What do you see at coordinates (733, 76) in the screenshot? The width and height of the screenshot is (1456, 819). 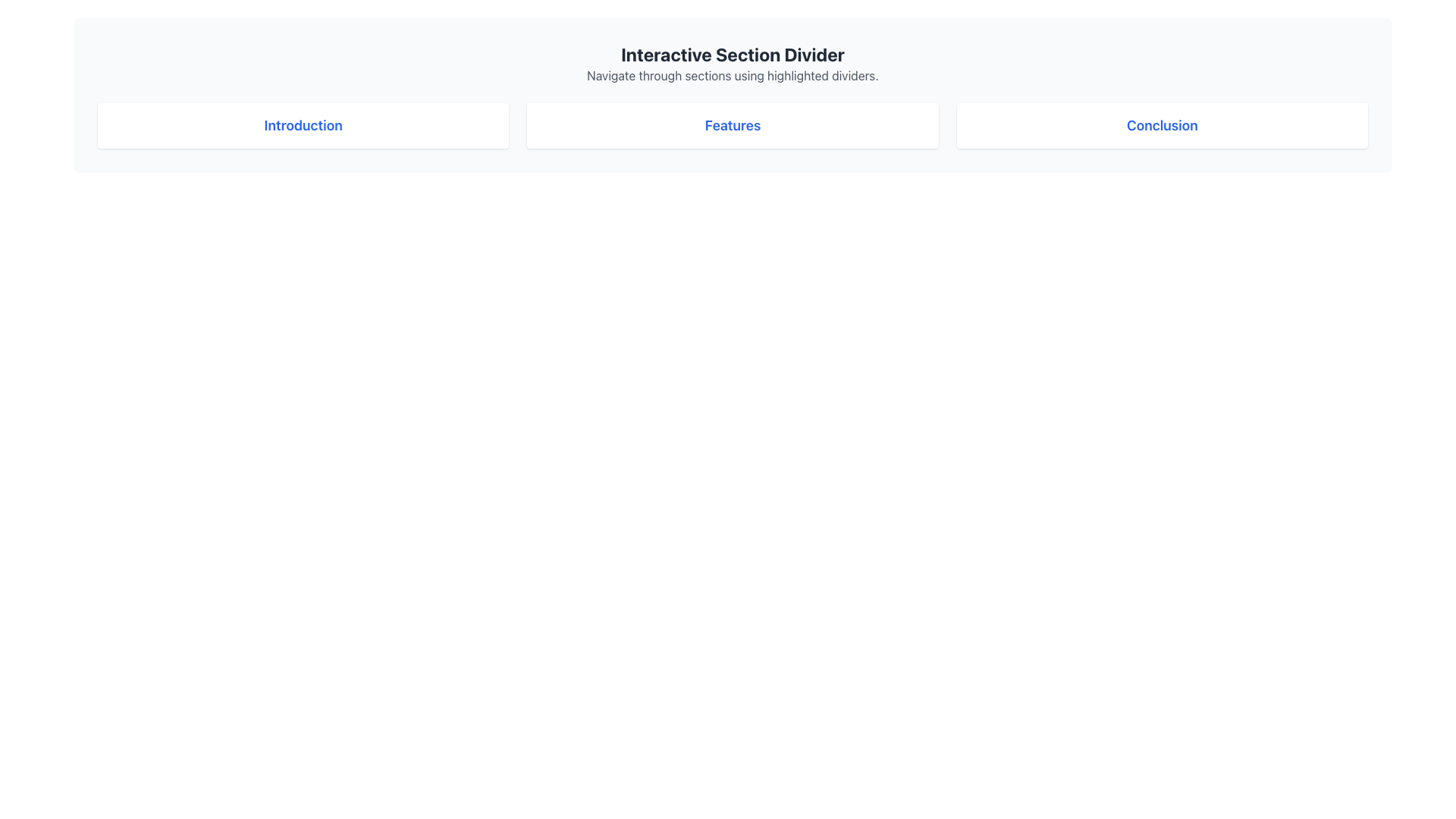 I see `the static text element that reads 'Navigate through sections using highlighted dividers.' which is positioned directly beneath the title 'Interactive Section Divider'` at bounding box center [733, 76].